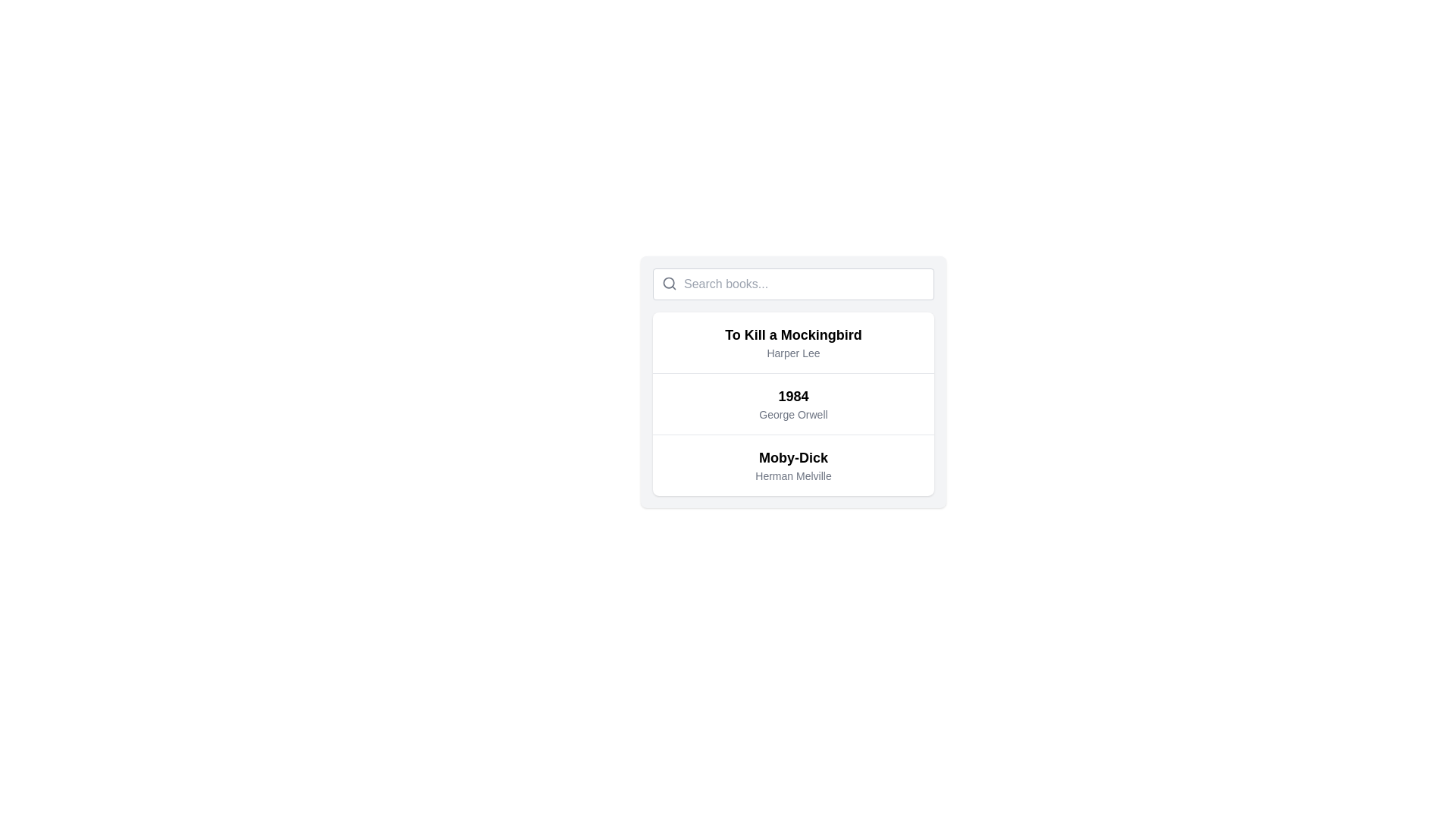 The width and height of the screenshot is (1456, 819). Describe the element at coordinates (792, 464) in the screenshot. I see `the list item displaying 'Moby-Dick' by Herman Melville, which is the third item in the vertical list with a white background and rounded corners` at that location.